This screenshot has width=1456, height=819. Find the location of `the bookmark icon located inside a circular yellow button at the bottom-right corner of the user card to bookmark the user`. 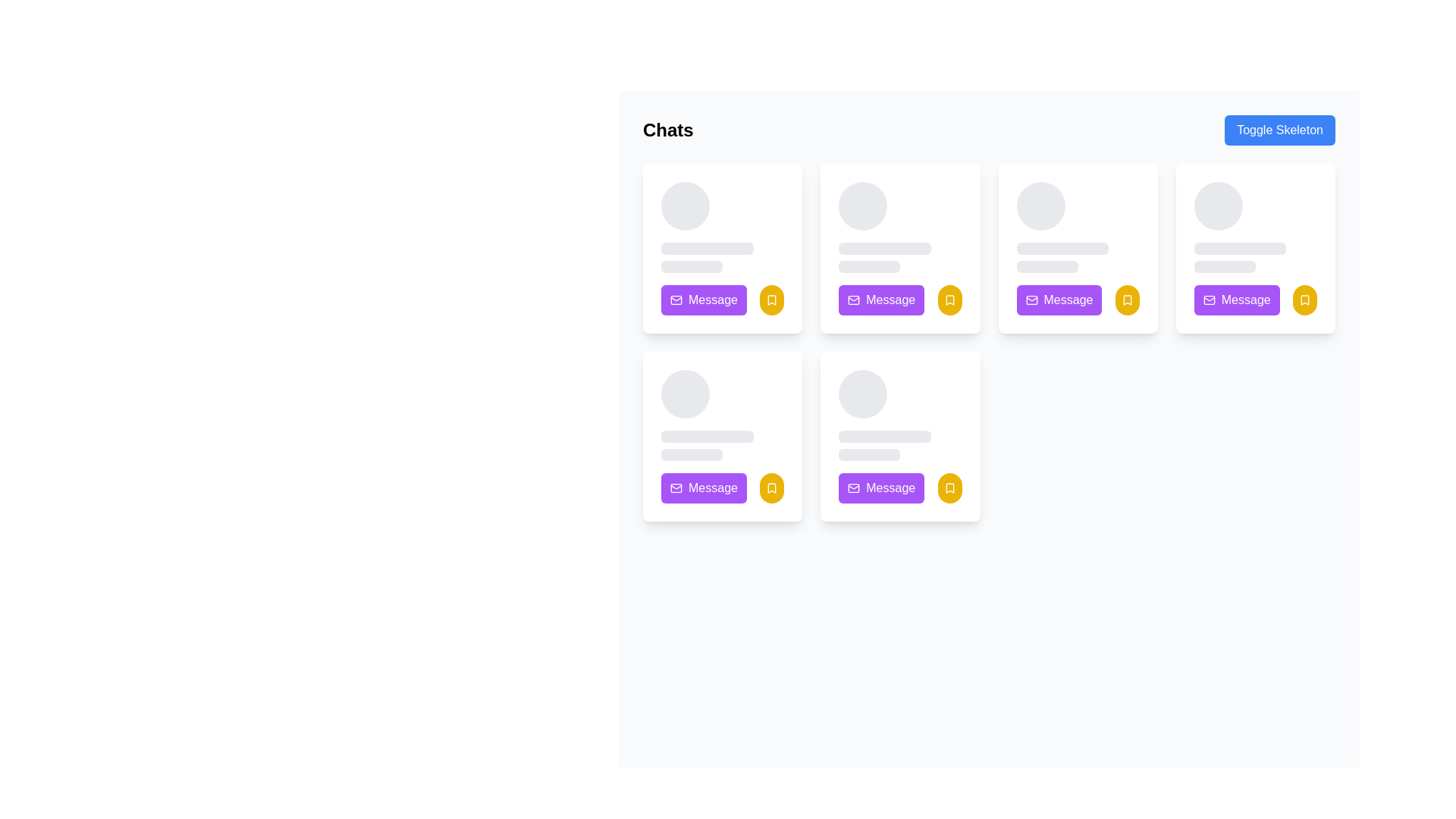

the bookmark icon located inside a circular yellow button at the bottom-right corner of the user card to bookmark the user is located at coordinates (772, 300).